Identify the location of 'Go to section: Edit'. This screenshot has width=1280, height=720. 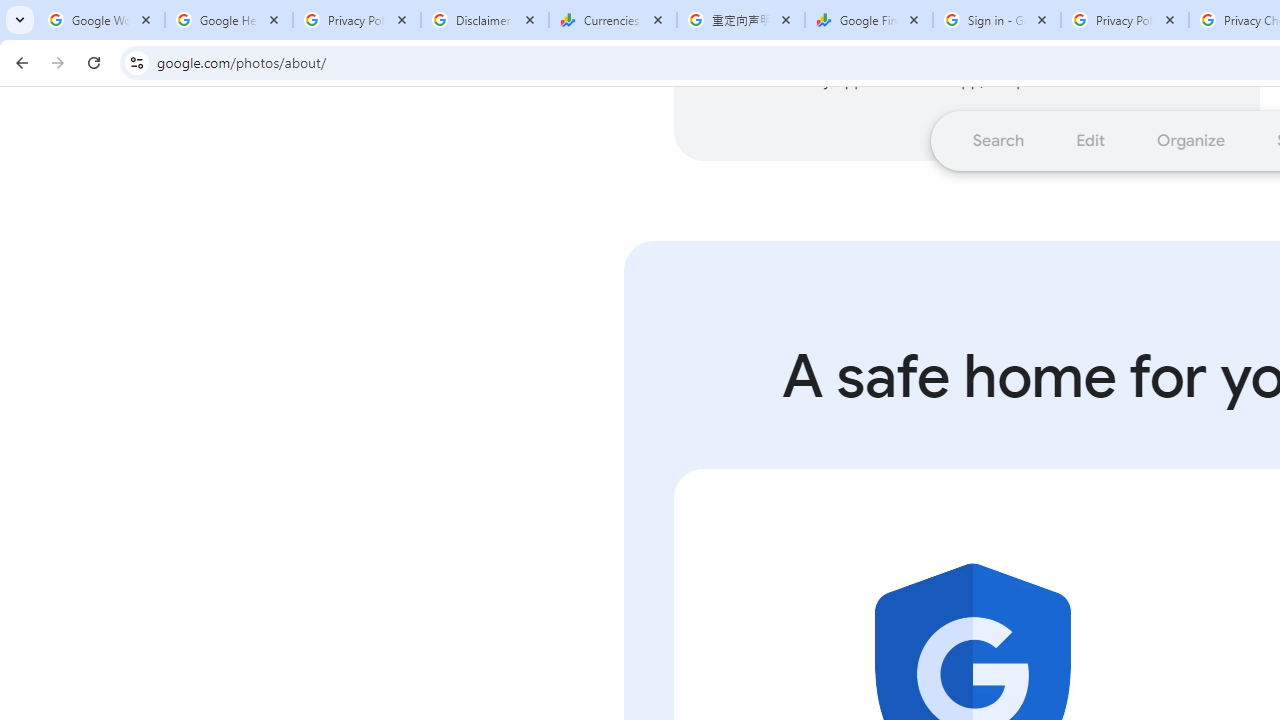
(1089, 139).